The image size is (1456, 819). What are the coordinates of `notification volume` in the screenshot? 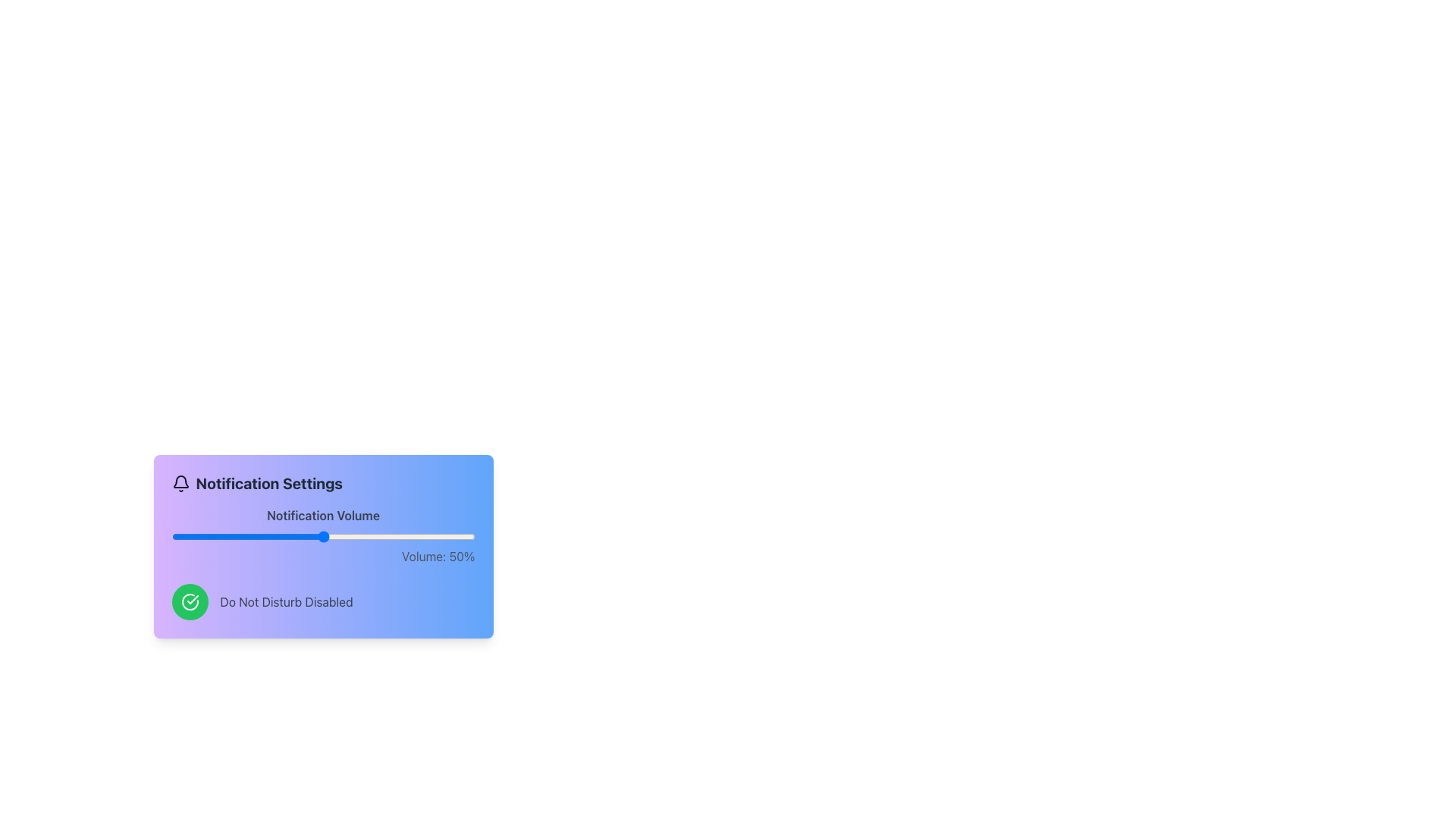 It's located at (425, 536).